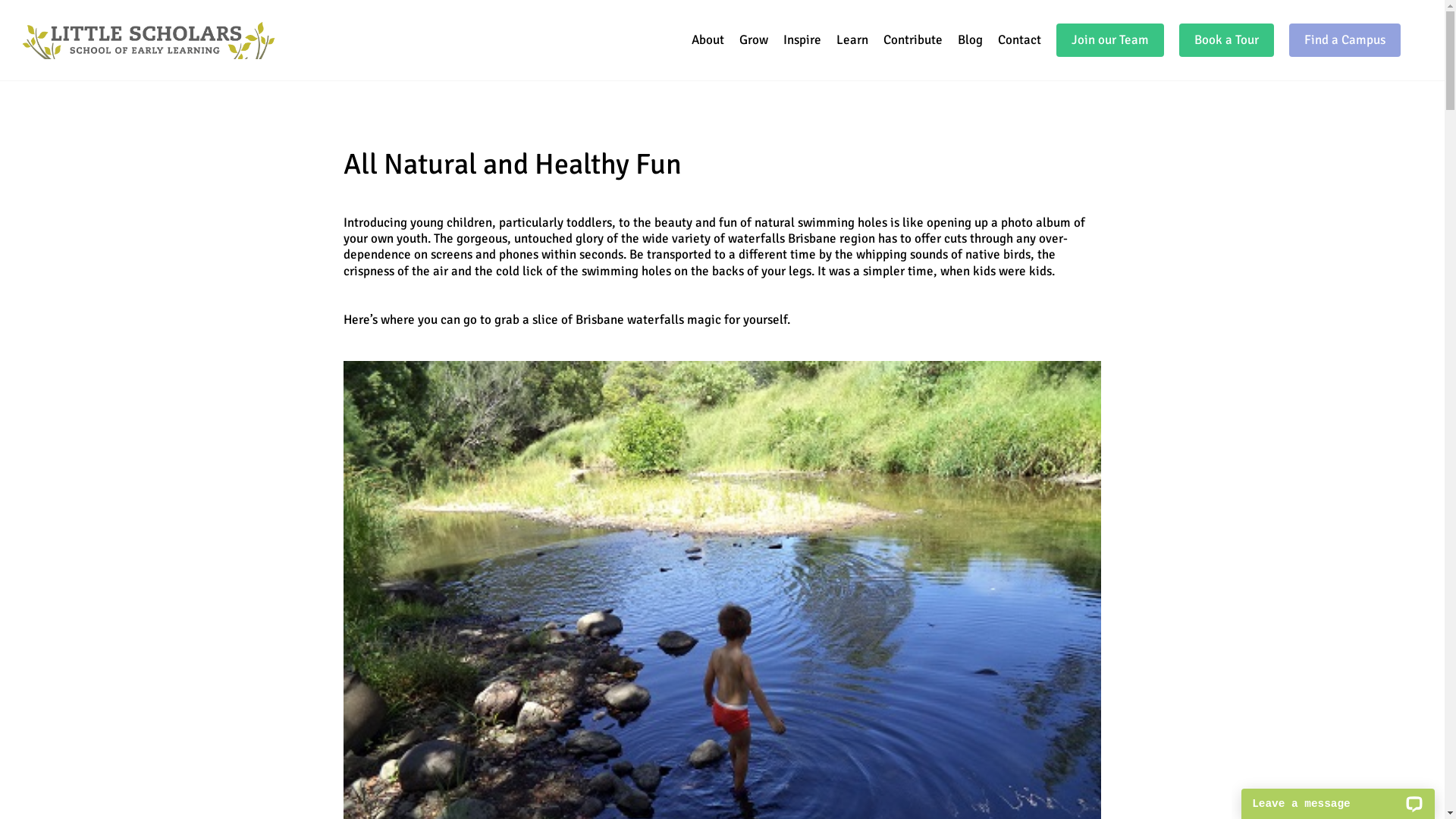 The height and width of the screenshot is (819, 1456). What do you see at coordinates (1110, 39) in the screenshot?
I see `'Join our Team'` at bounding box center [1110, 39].